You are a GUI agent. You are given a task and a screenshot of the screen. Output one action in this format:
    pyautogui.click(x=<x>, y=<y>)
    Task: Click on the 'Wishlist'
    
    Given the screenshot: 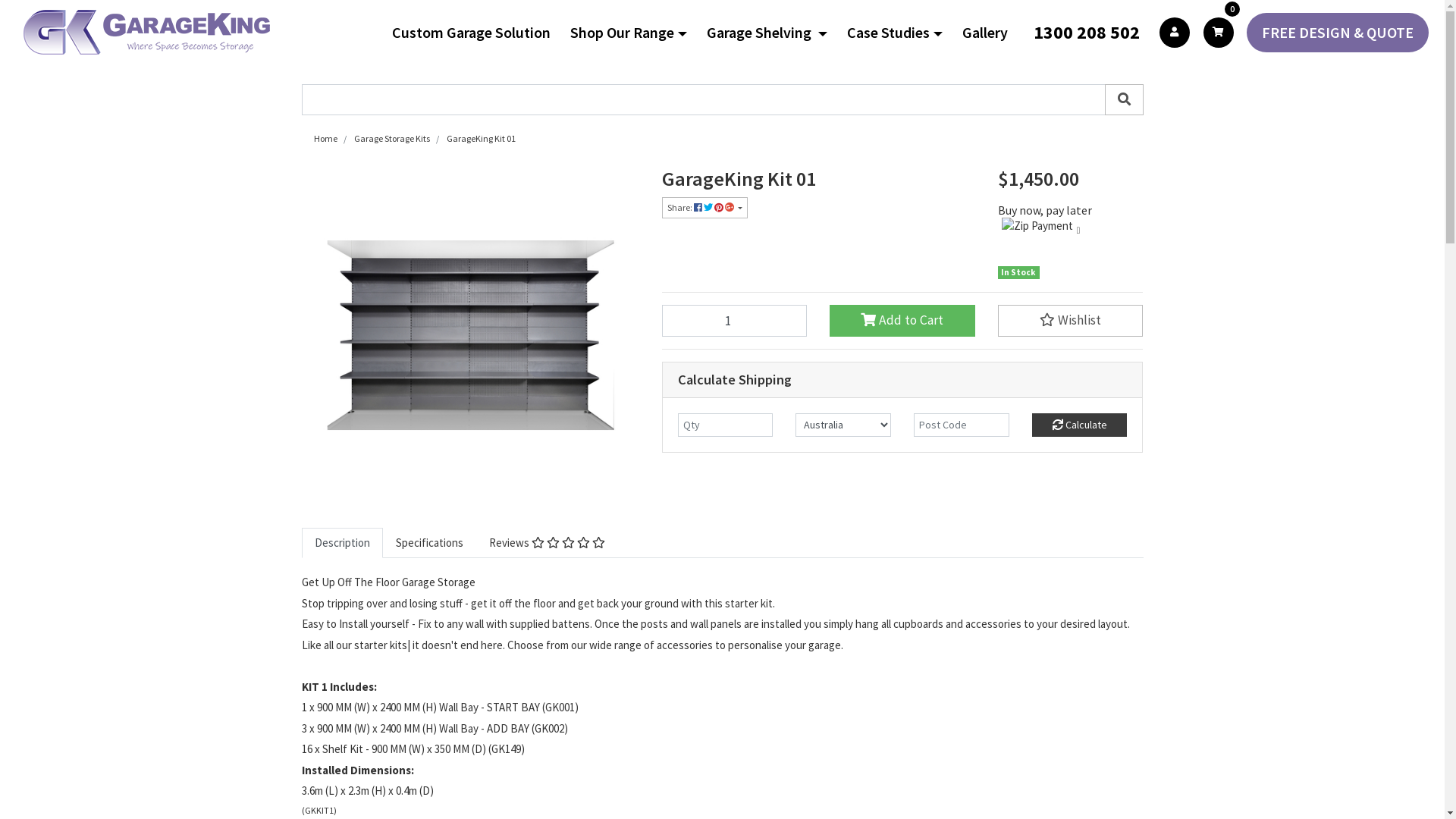 What is the action you would take?
    pyautogui.click(x=1069, y=319)
    